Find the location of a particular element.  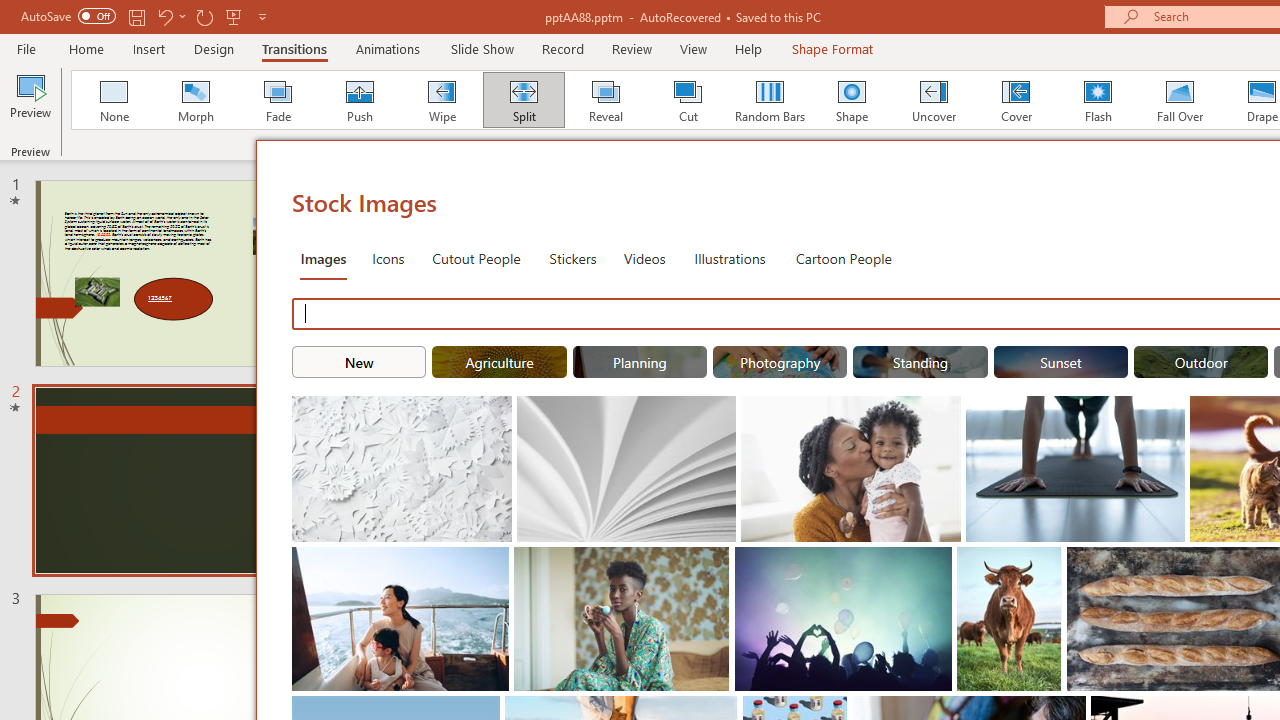

'"Agriculture" Stock Images.' is located at coordinates (499, 362).